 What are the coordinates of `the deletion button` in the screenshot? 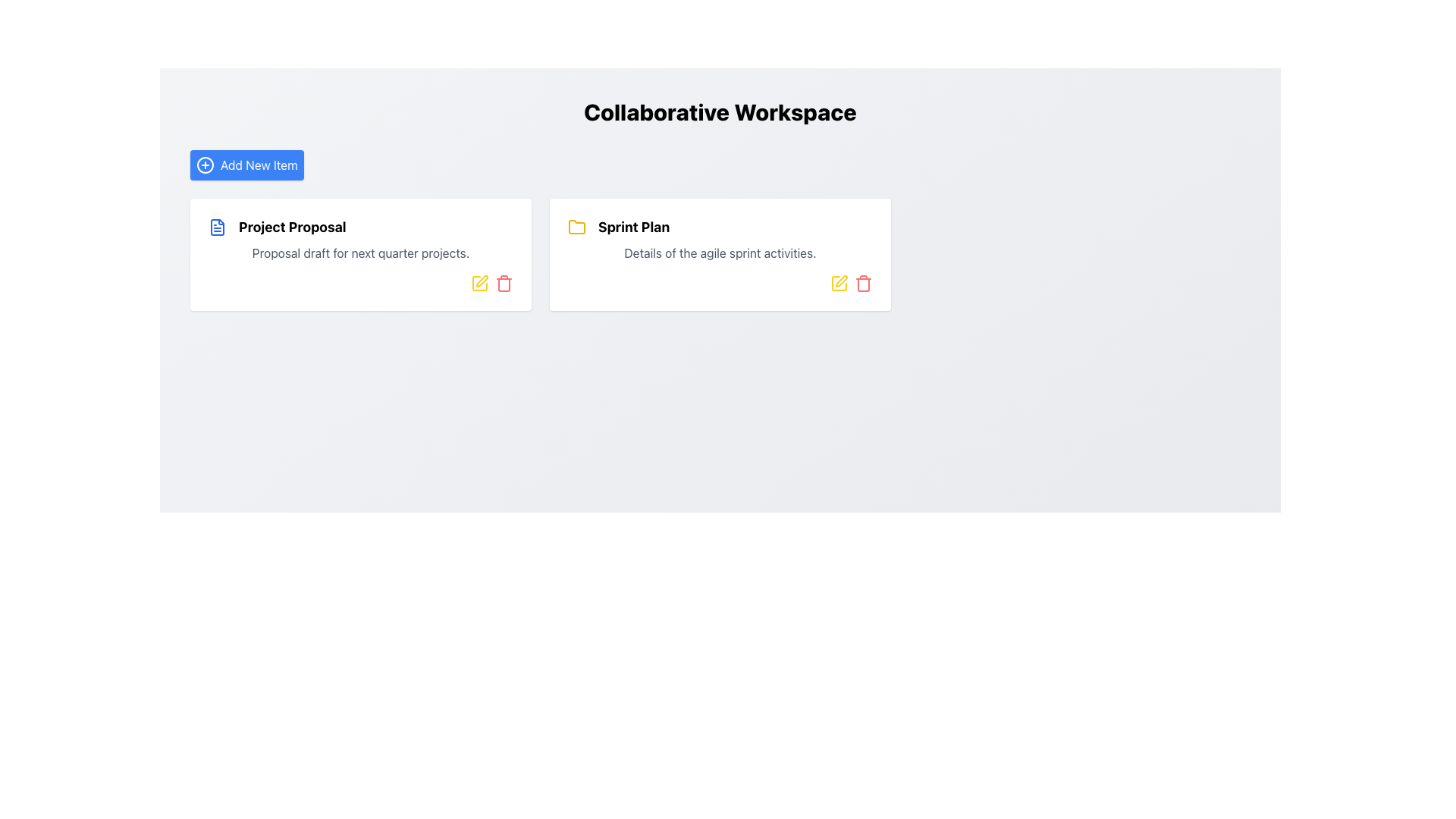 It's located at (863, 284).